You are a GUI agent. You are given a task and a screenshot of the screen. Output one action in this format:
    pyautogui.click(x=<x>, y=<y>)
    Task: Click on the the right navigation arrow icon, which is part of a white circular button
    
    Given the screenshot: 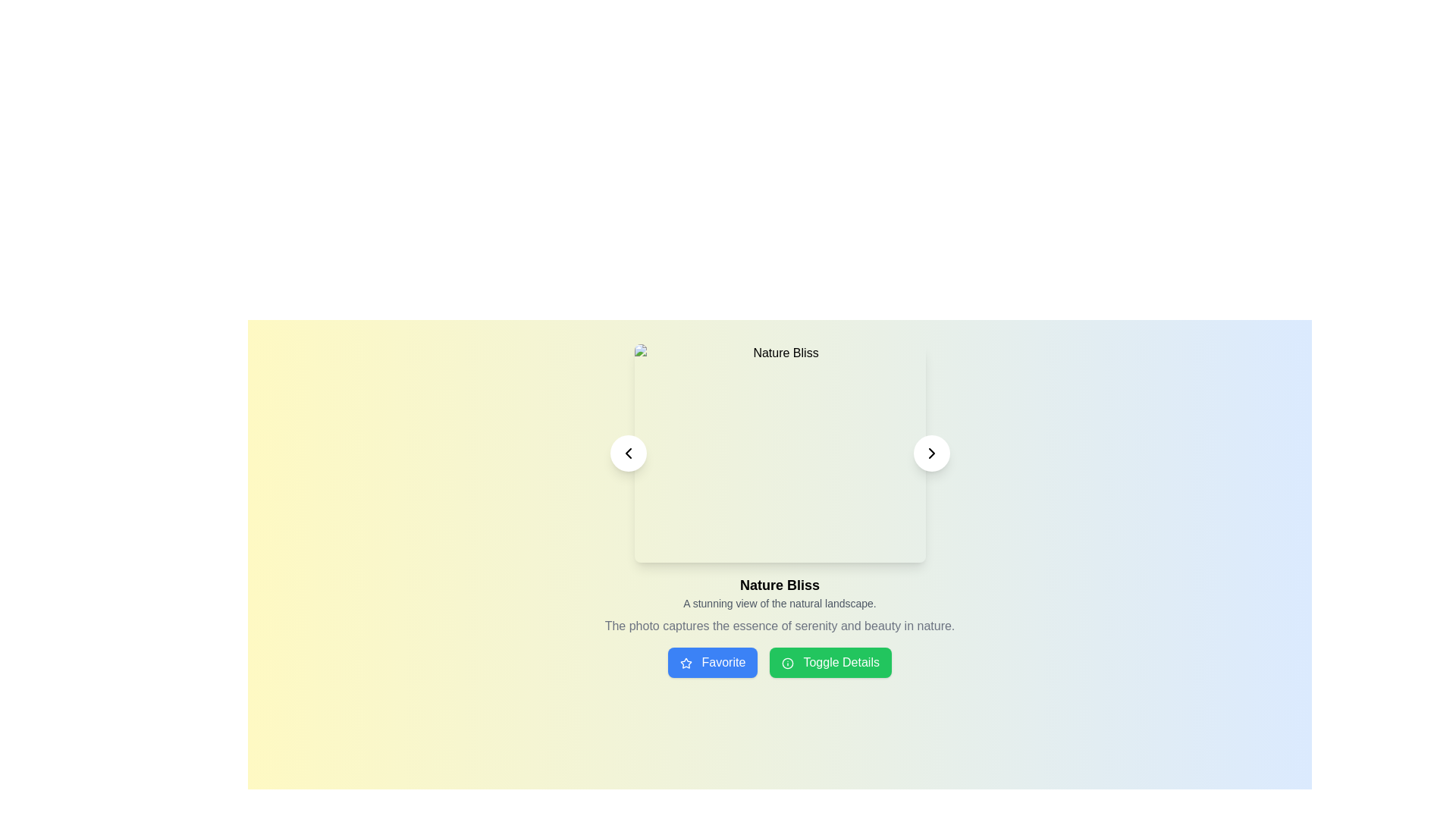 What is the action you would take?
    pyautogui.click(x=930, y=452)
    